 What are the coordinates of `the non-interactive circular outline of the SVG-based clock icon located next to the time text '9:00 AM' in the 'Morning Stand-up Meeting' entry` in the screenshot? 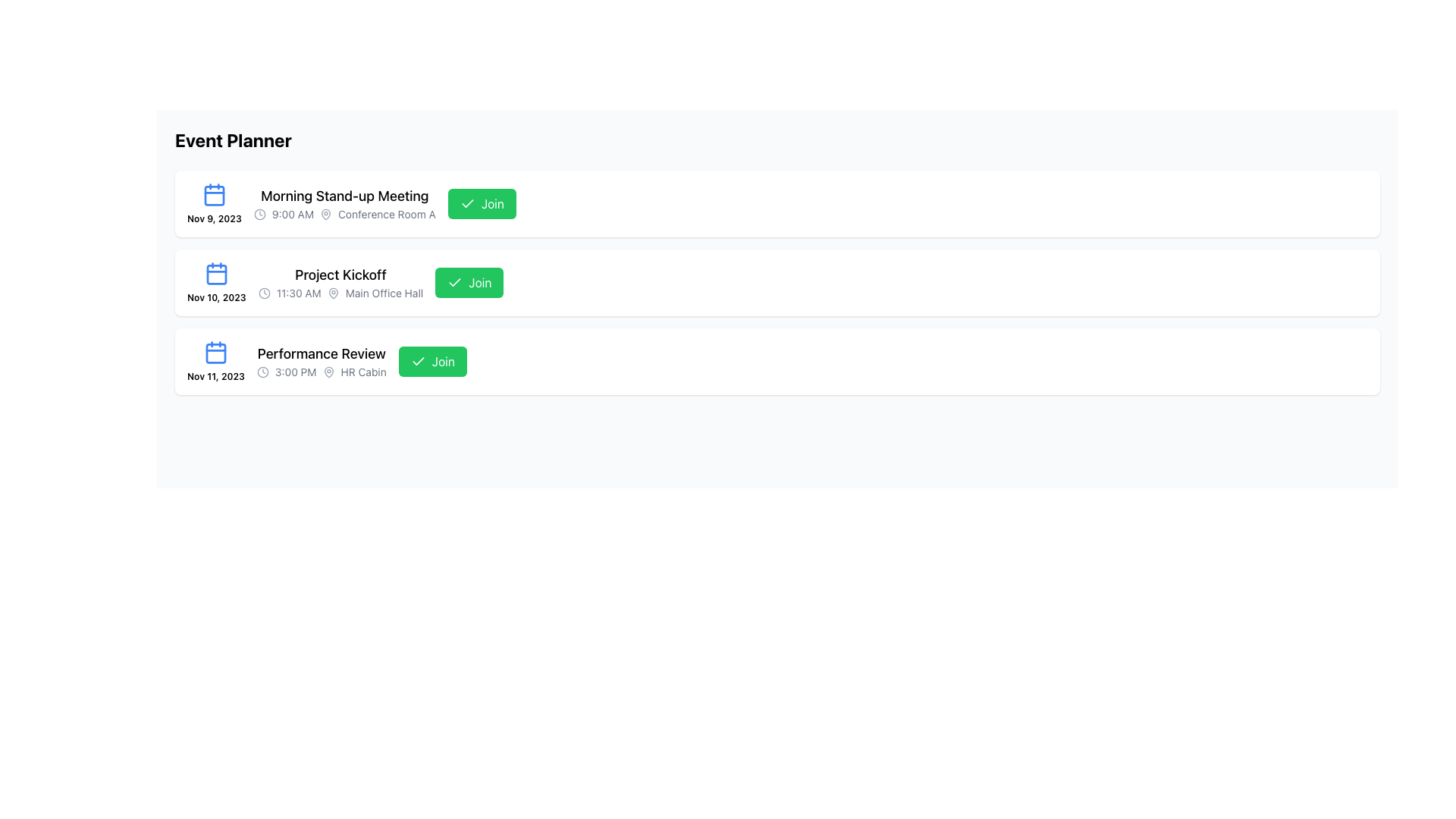 It's located at (259, 214).